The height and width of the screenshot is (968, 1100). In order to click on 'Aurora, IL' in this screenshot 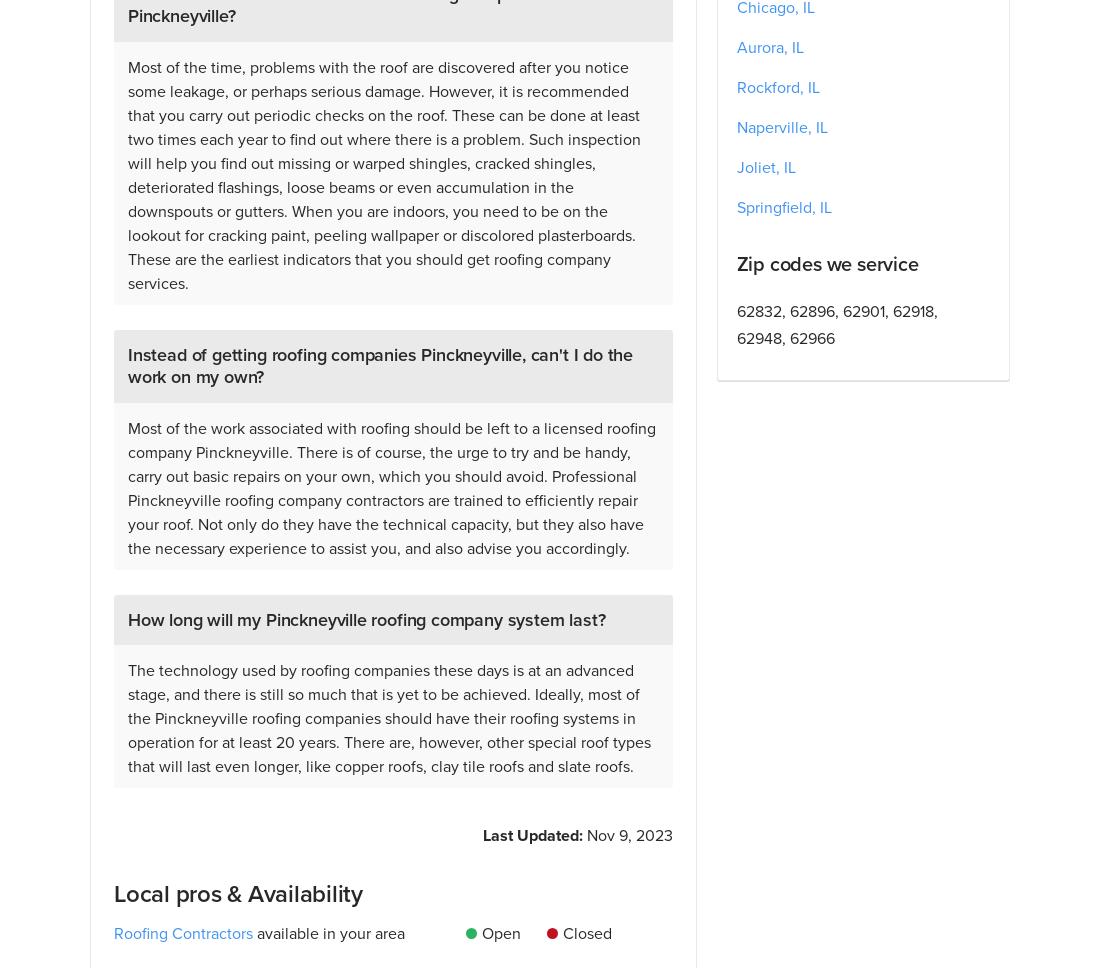, I will do `click(769, 47)`.